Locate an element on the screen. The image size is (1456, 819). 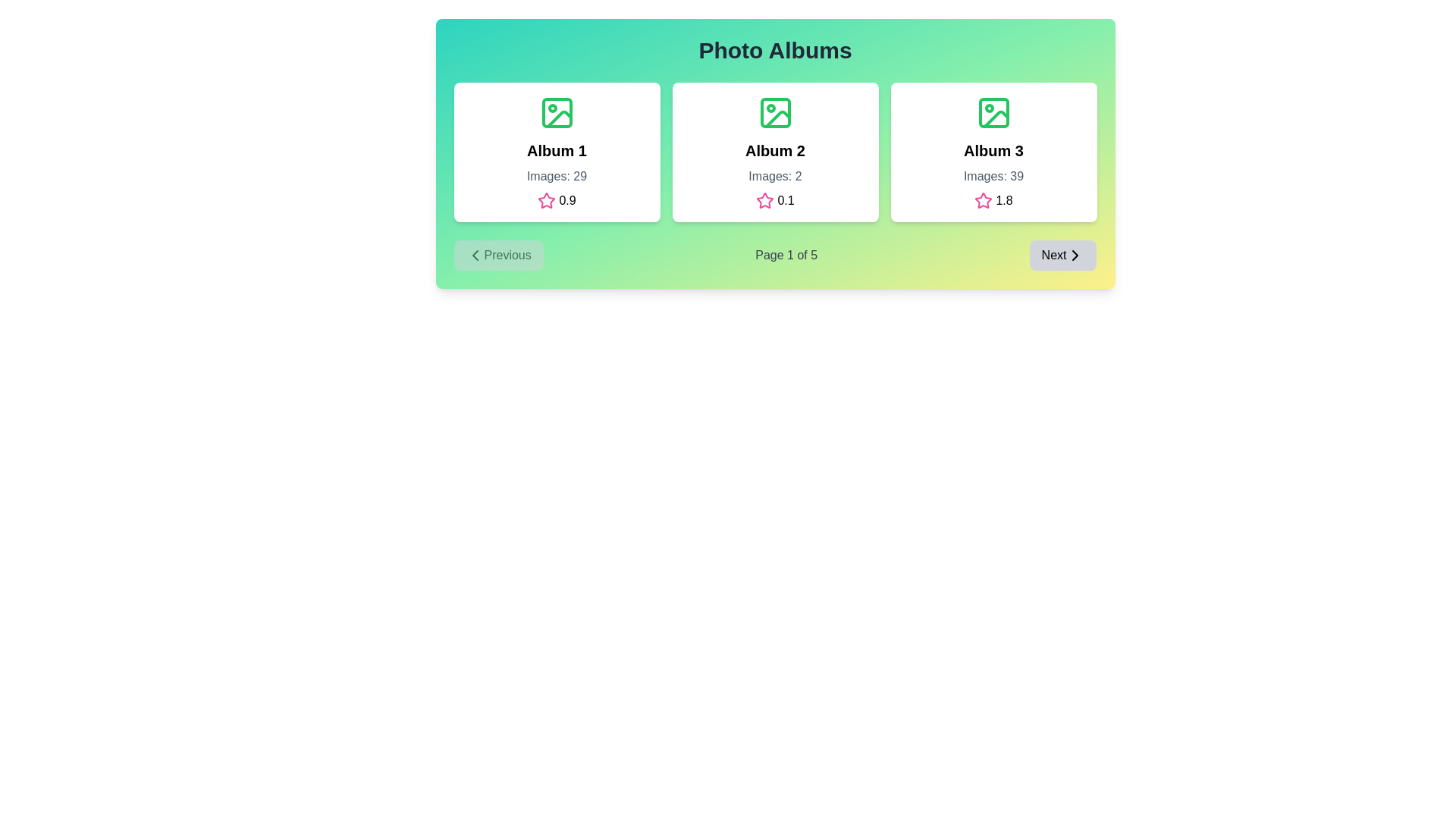
the green rectangular icon with rounded corners located within the 'Album 3' card is located at coordinates (993, 112).